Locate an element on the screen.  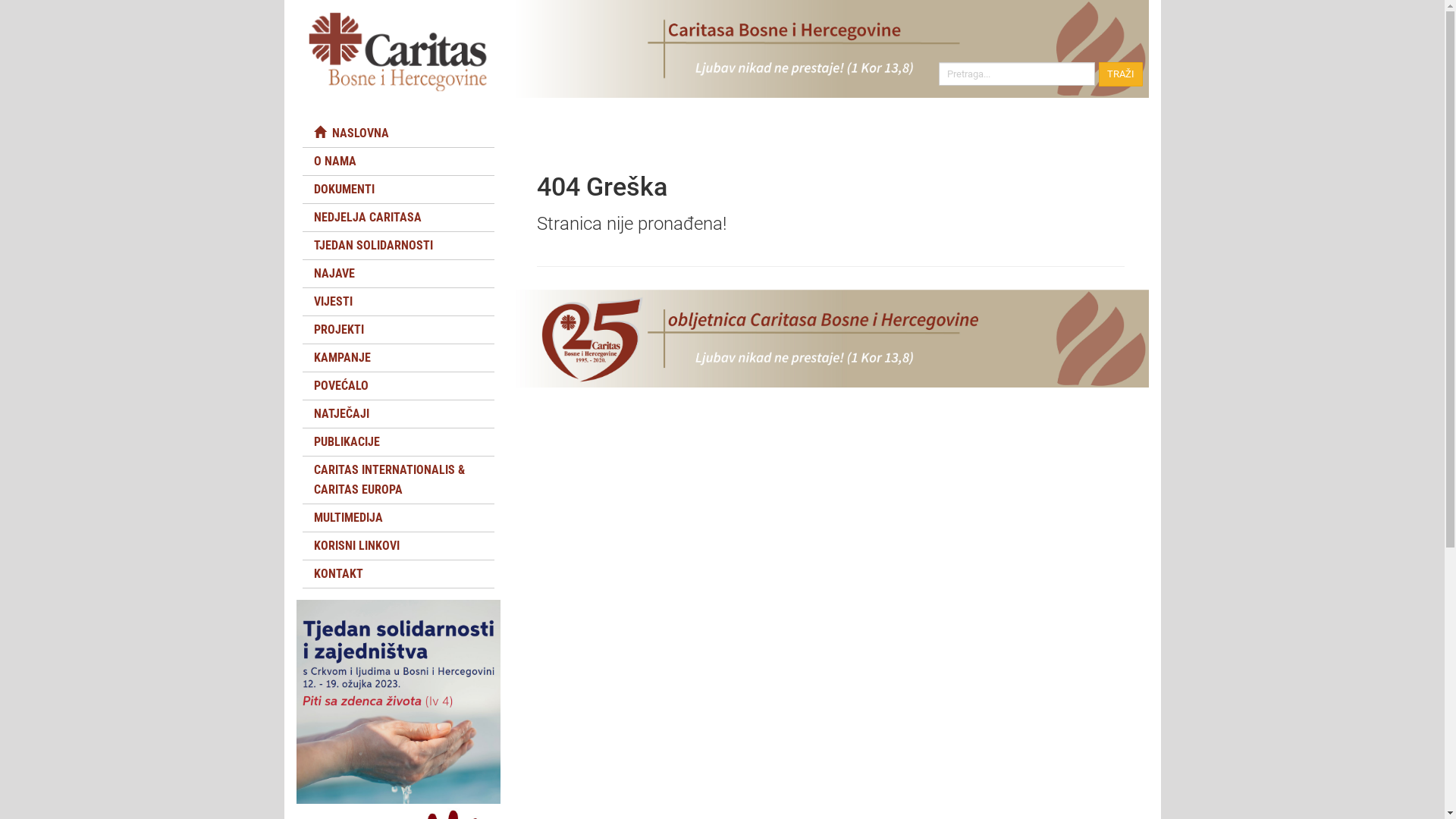
'PROJEKTI' is located at coordinates (302, 329).